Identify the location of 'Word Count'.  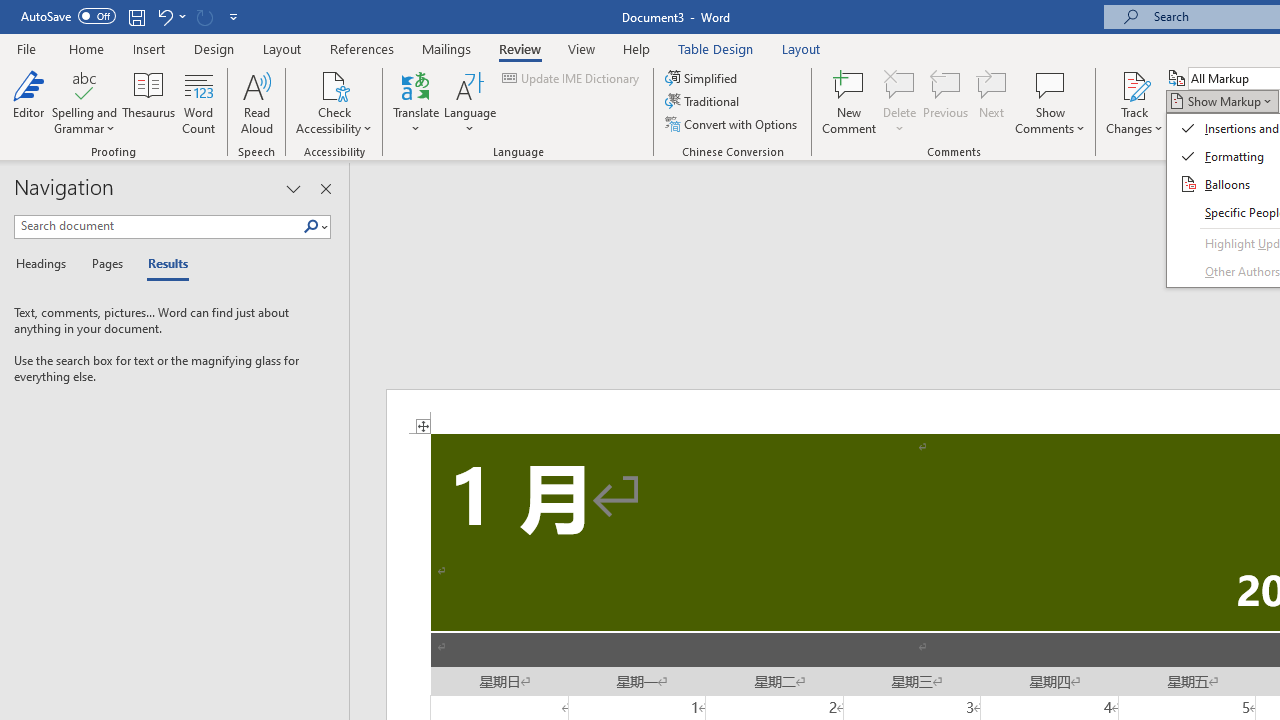
(199, 103).